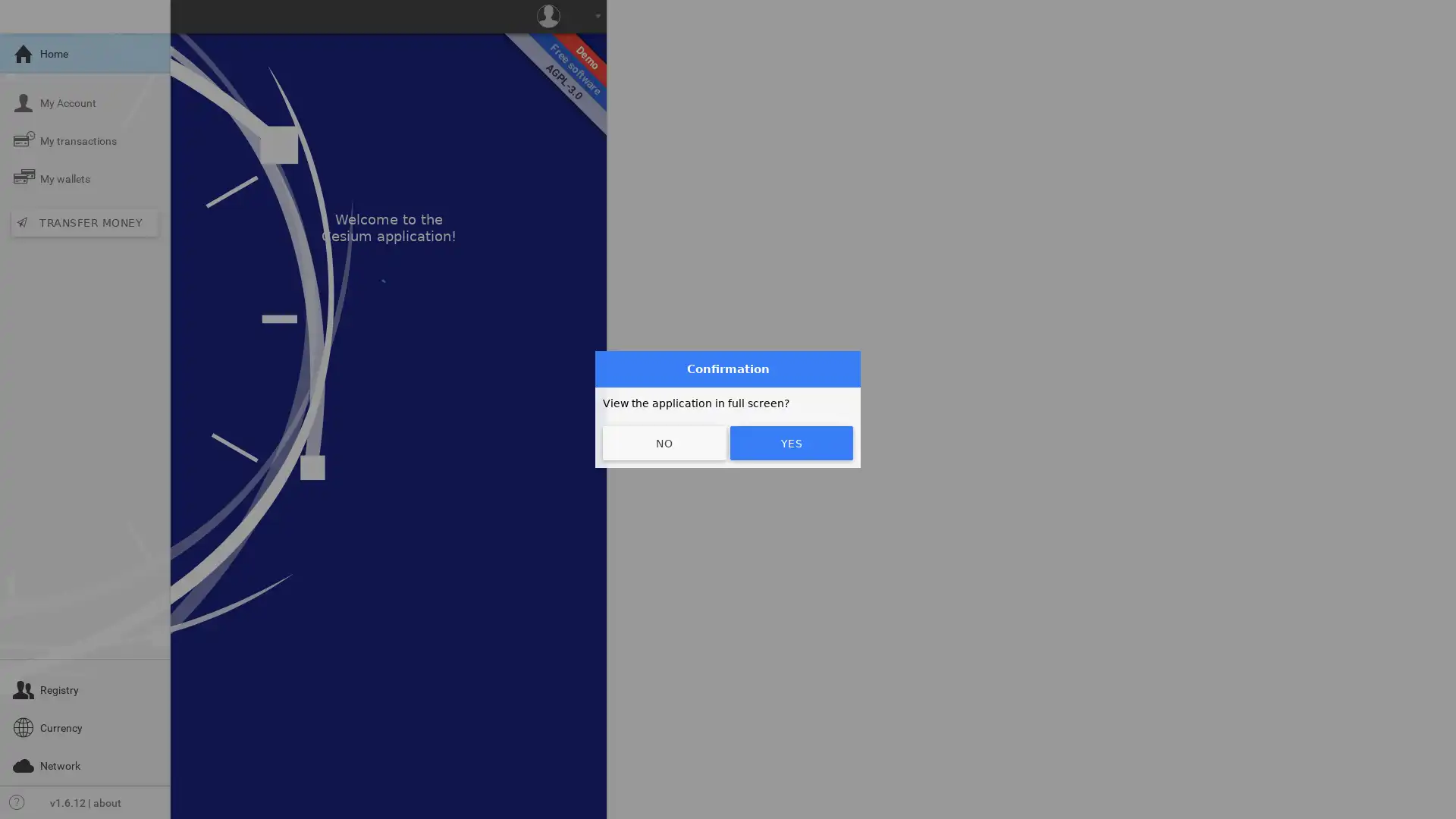 The height and width of the screenshot is (819, 1456). I want to click on YES, so click(790, 443).